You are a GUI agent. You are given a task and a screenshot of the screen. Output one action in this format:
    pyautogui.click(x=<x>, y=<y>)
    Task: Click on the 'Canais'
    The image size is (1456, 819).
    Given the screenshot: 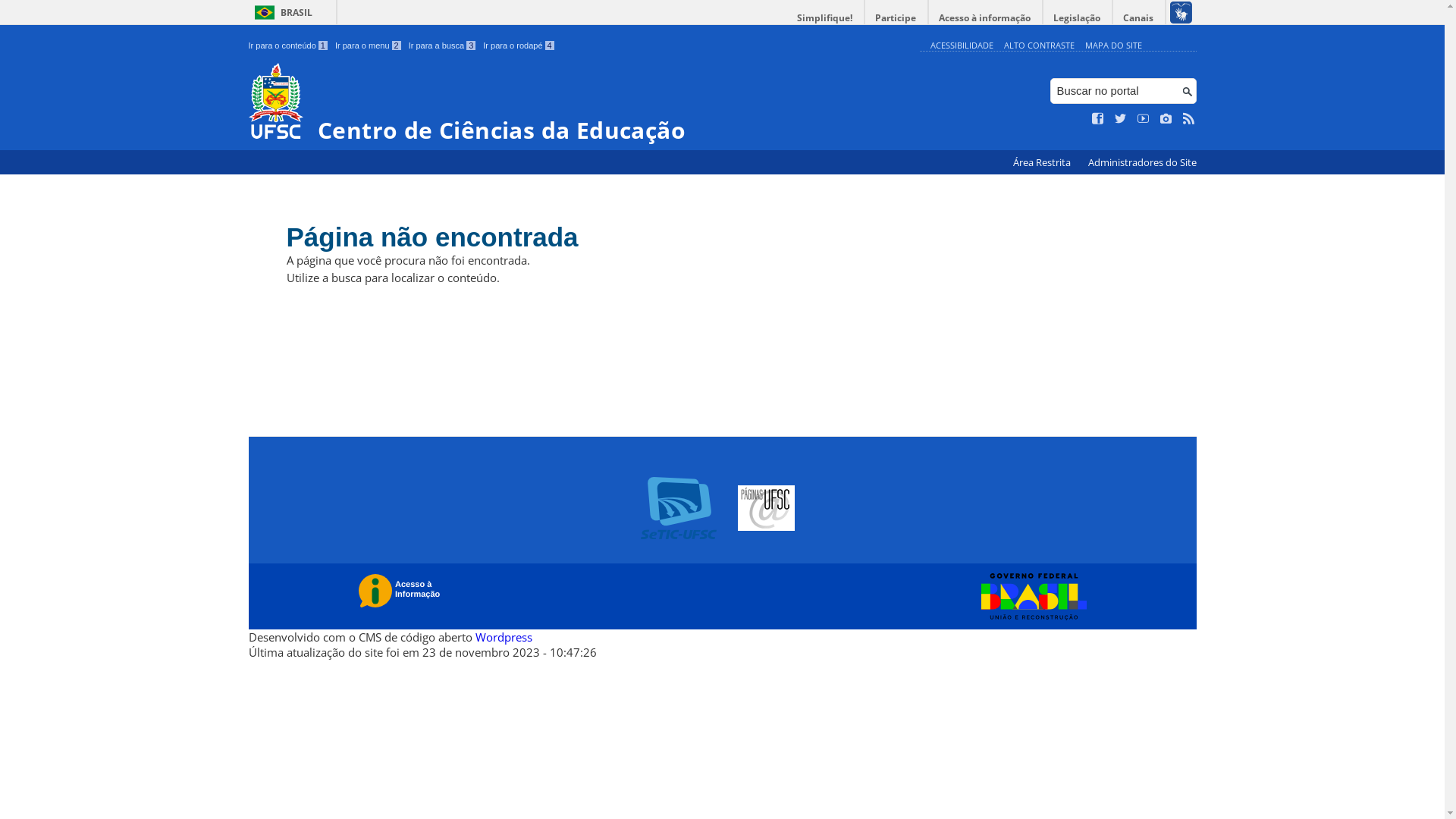 What is the action you would take?
    pyautogui.click(x=1139, y=17)
    